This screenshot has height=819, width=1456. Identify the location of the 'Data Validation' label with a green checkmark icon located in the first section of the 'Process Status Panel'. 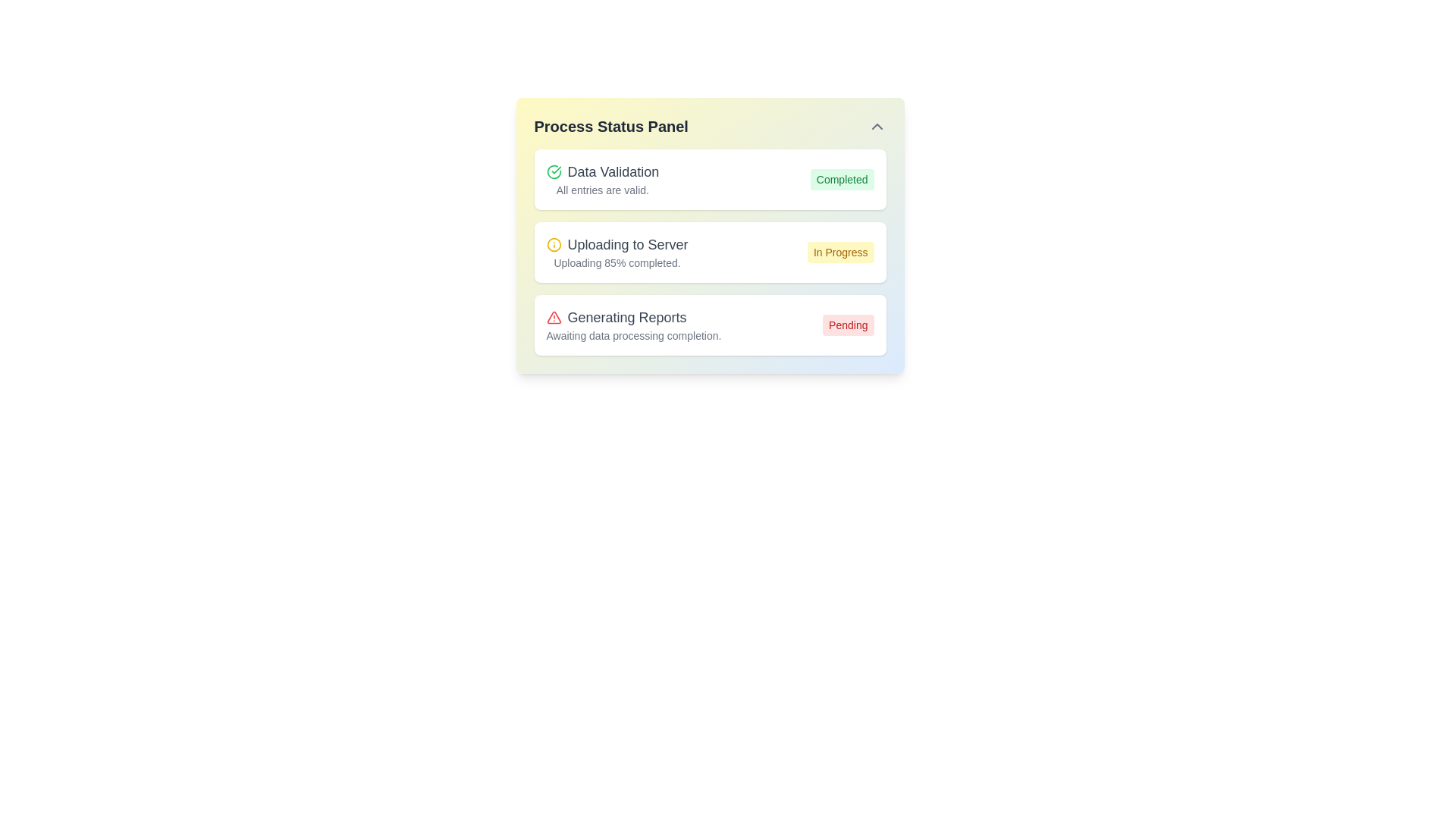
(601, 171).